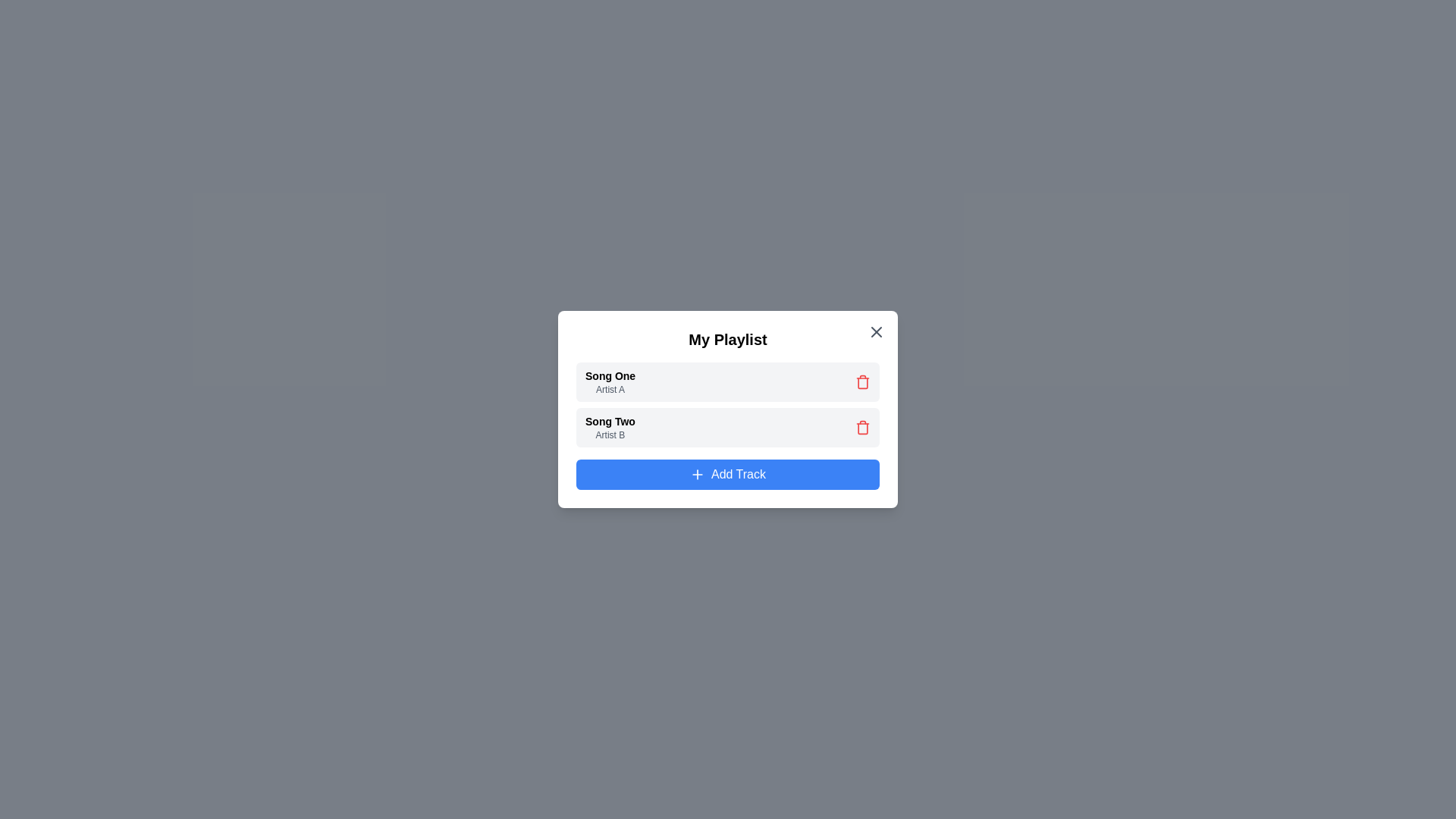  Describe the element at coordinates (877, 331) in the screenshot. I see `the close button located in the top-right corner of the 'My Playlist' dialog` at that location.